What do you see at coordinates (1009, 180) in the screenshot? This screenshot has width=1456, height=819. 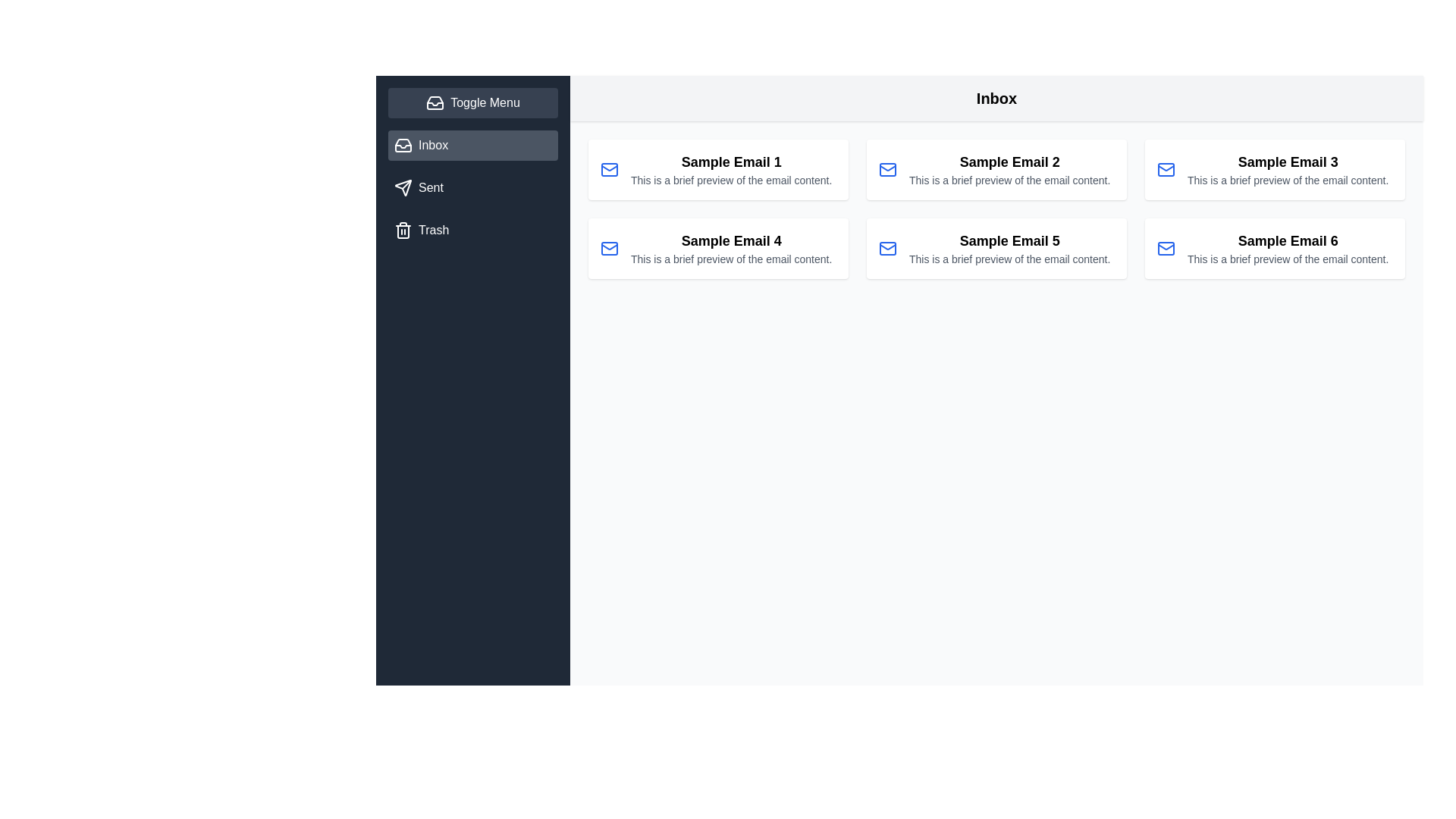 I see `the text label that reads 'This is a brief preview of the email content.' located below 'Sample Email 2' in the email grid layout` at bounding box center [1009, 180].